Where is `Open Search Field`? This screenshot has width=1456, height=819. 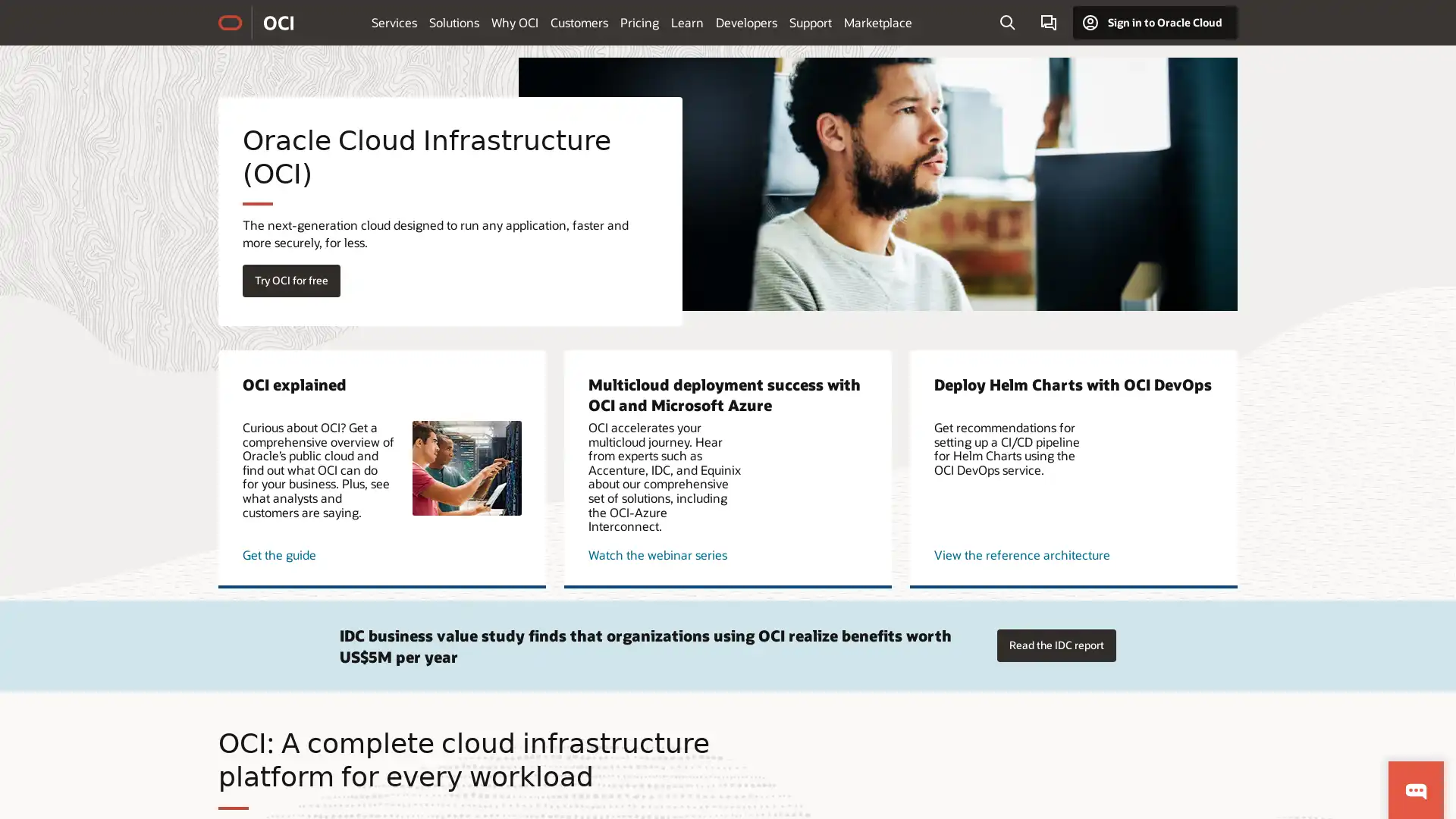
Open Search Field is located at coordinates (1007, 23).